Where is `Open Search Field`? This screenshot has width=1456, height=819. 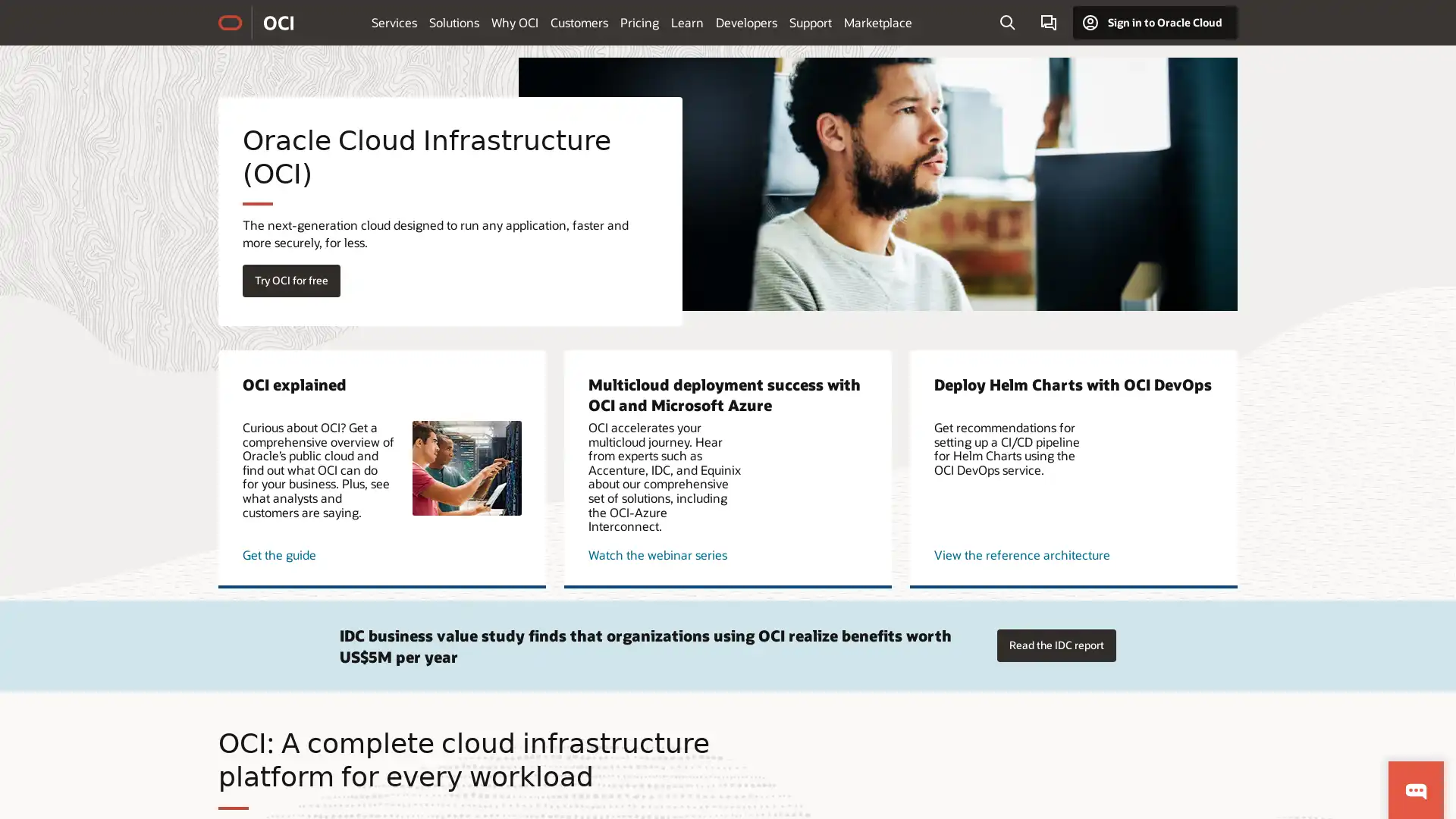
Open Search Field is located at coordinates (1007, 23).